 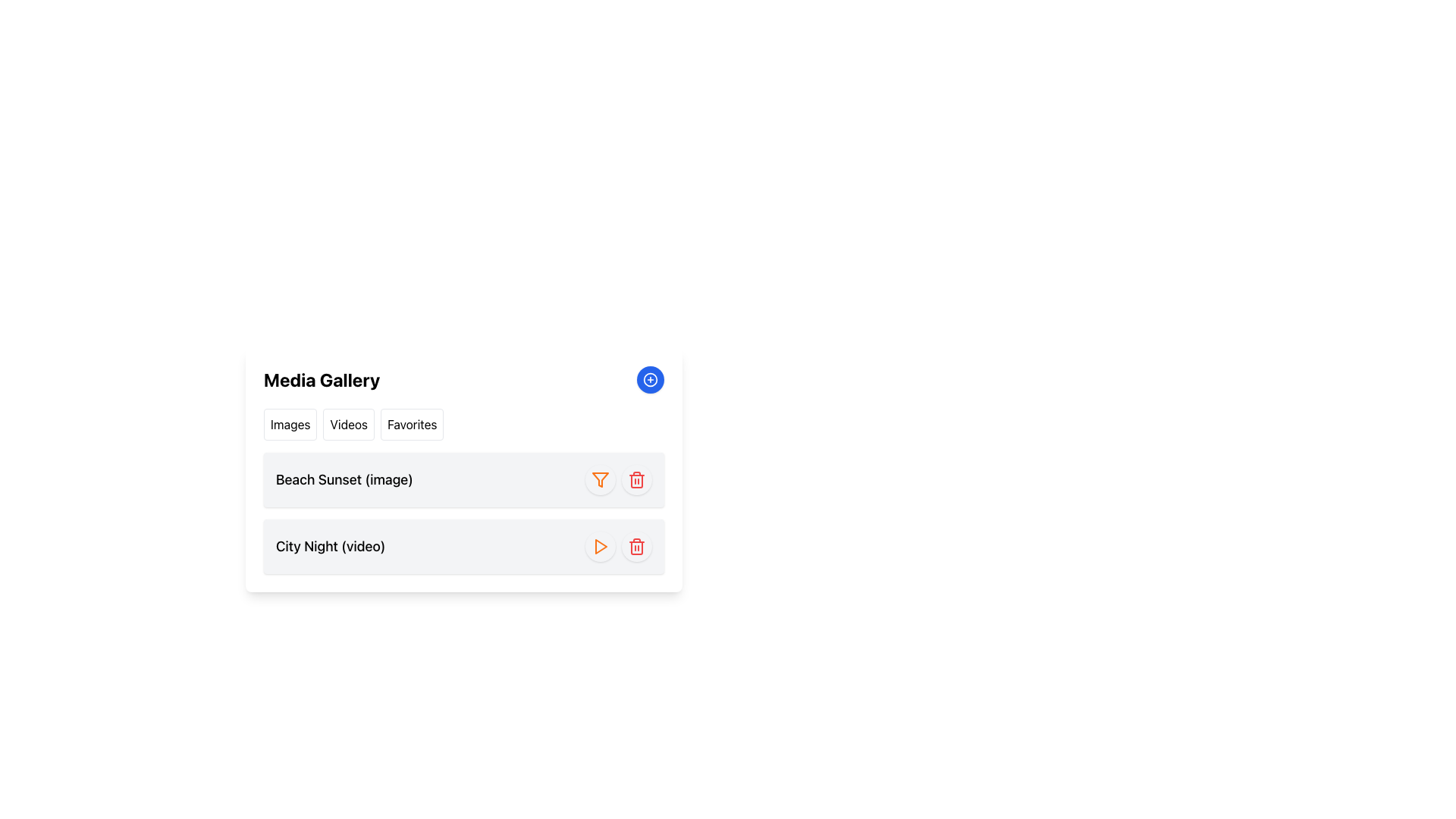 What do you see at coordinates (290, 424) in the screenshot?
I see `the 'Images' button, which is the first button` at bounding box center [290, 424].